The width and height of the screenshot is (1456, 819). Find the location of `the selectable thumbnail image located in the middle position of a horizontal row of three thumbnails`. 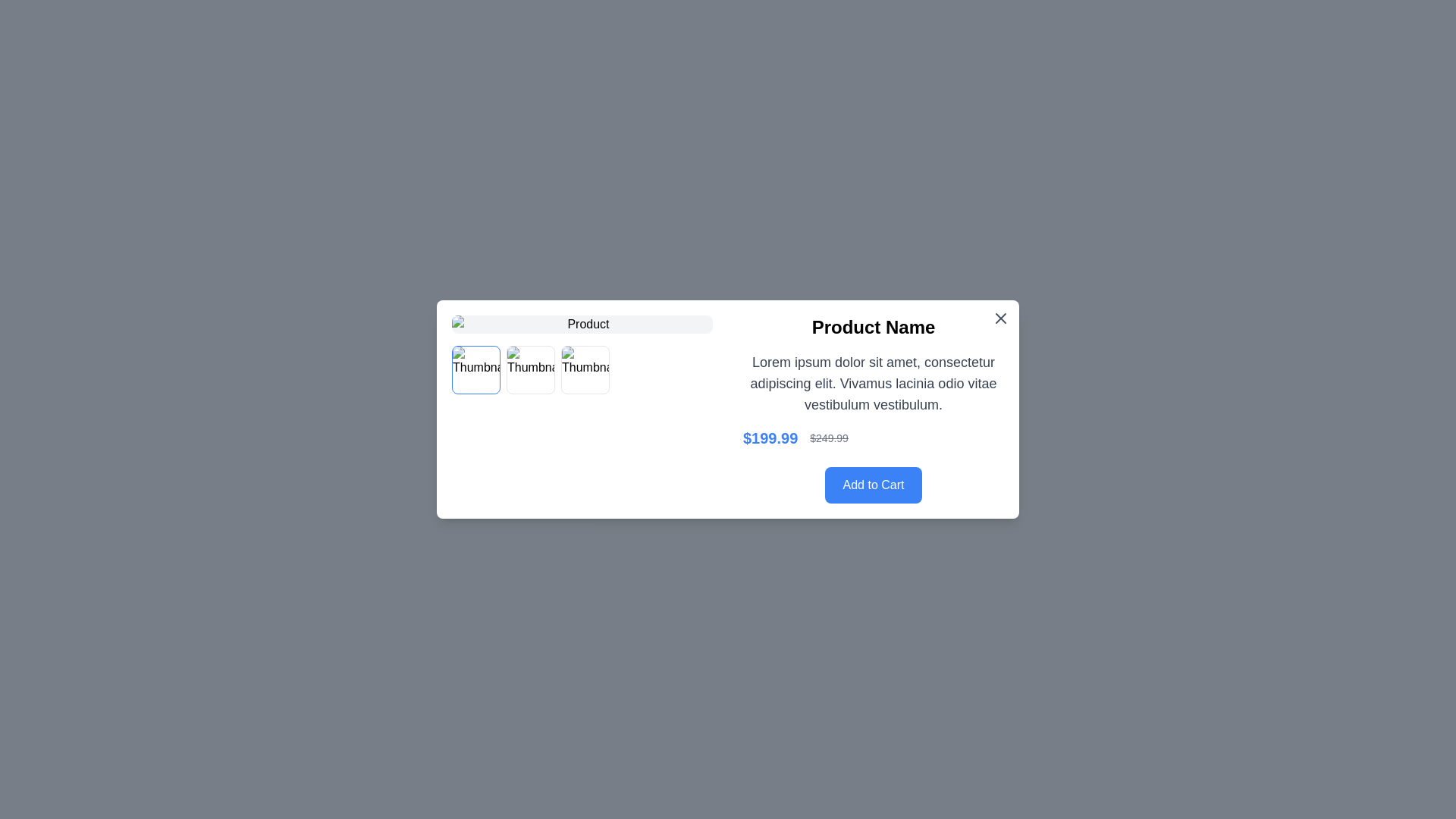

the selectable thumbnail image located in the middle position of a horizontal row of three thumbnails is located at coordinates (531, 370).